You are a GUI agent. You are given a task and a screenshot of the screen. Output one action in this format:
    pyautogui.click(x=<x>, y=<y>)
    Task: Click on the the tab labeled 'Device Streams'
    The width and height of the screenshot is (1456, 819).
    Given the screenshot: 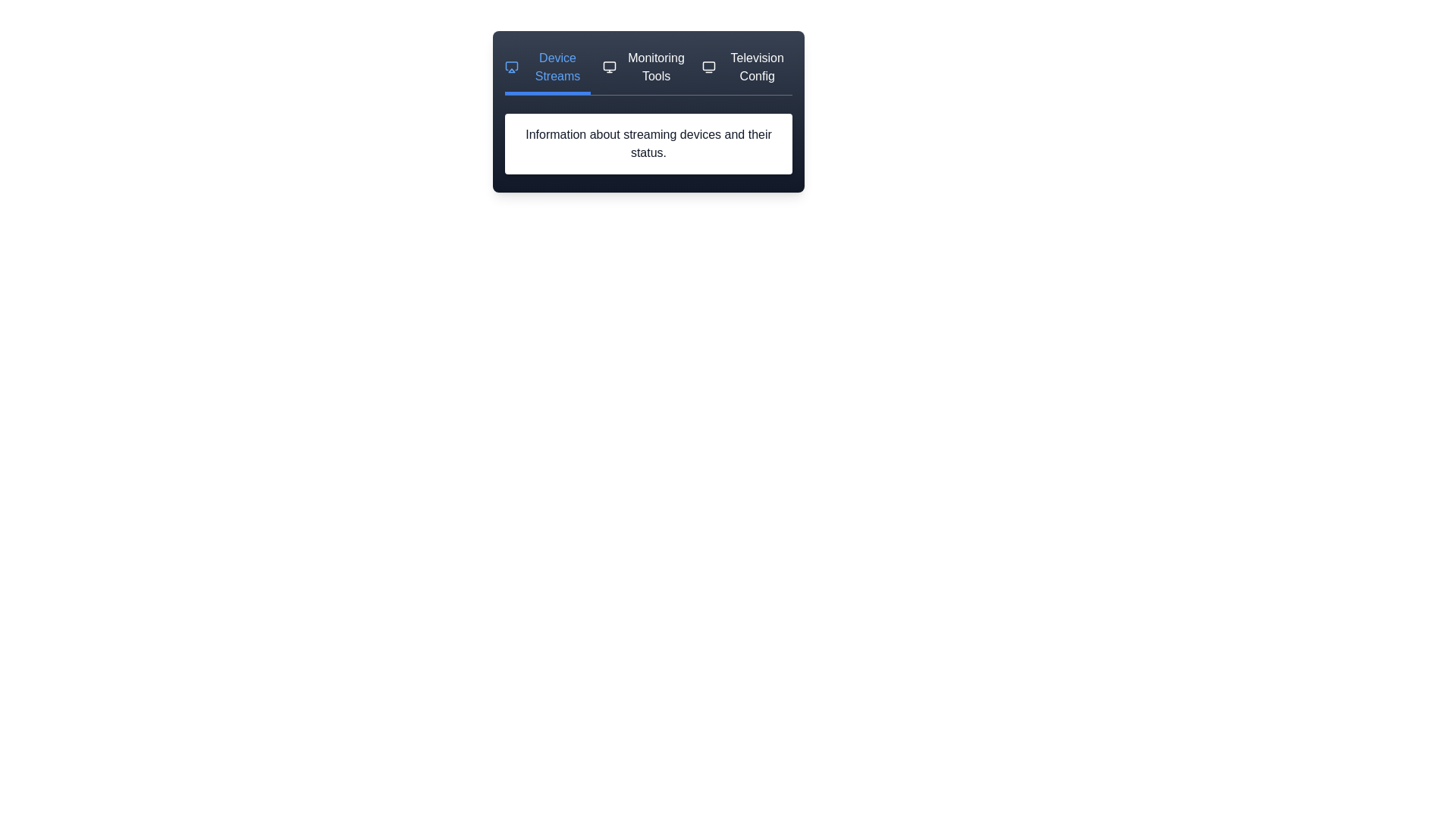 What is the action you would take?
    pyautogui.click(x=546, y=72)
    